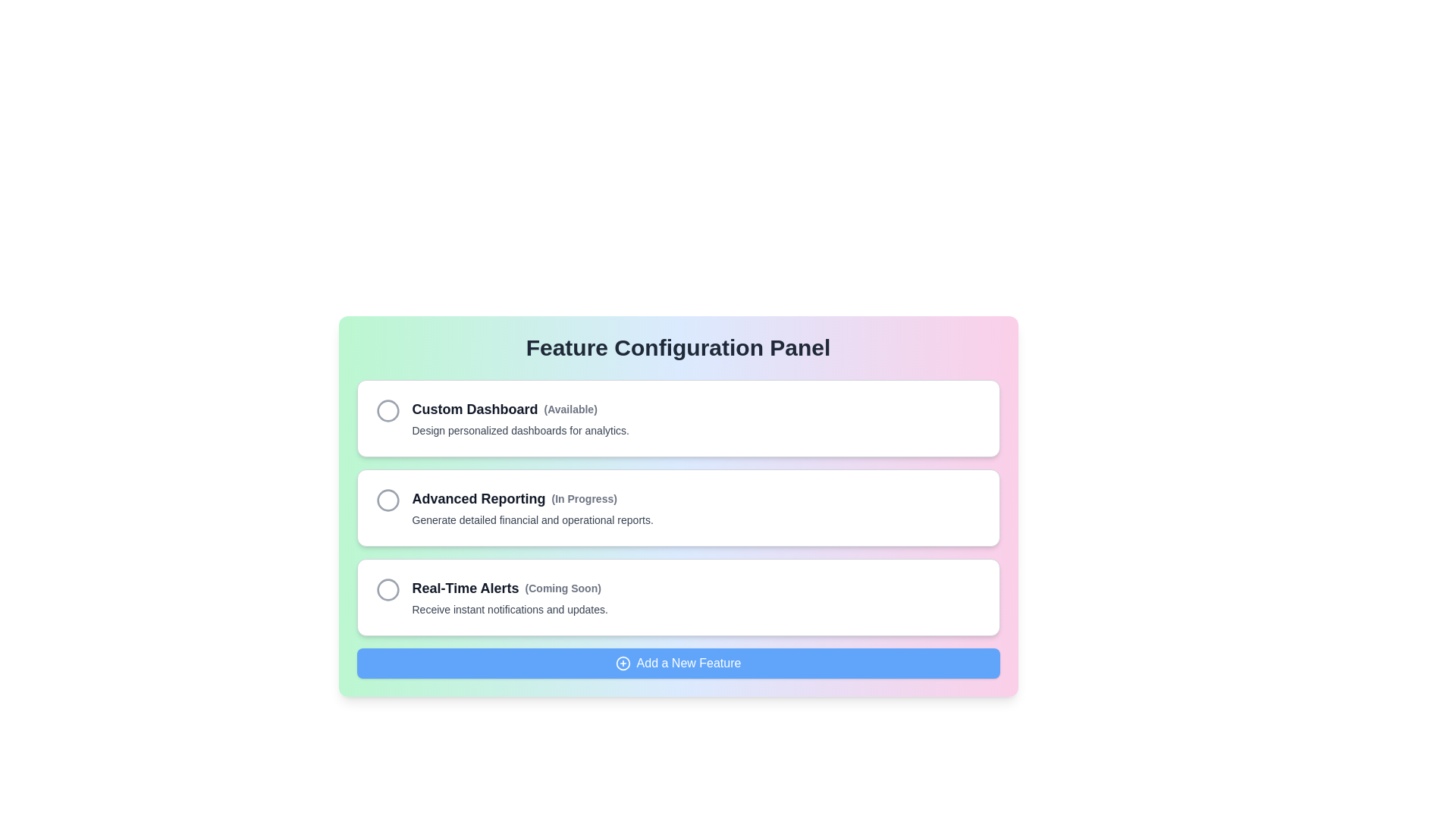 This screenshot has width=1456, height=819. I want to click on the descriptive text below the title 'Real-Time Alerts (Coming Soon)', so click(510, 608).